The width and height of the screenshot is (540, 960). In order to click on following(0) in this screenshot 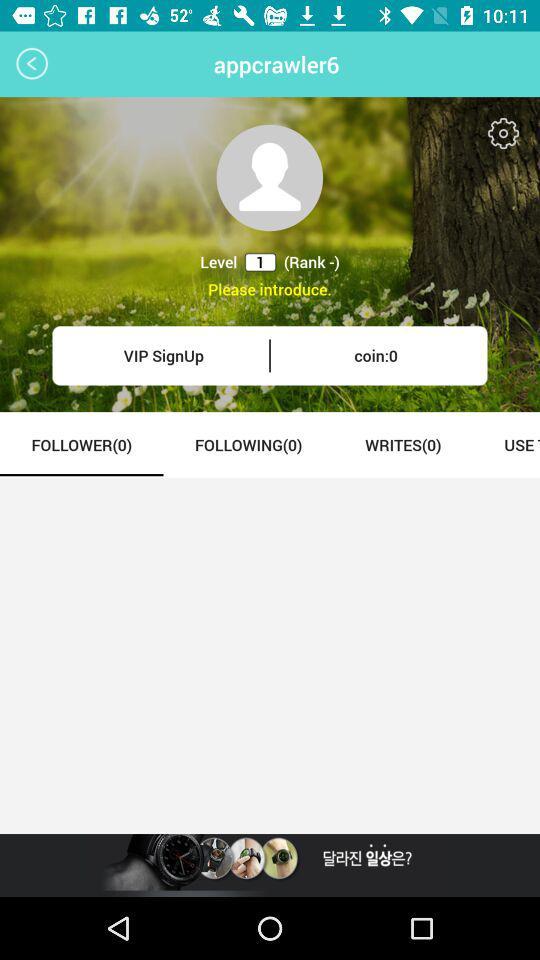, I will do `click(248, 444)`.